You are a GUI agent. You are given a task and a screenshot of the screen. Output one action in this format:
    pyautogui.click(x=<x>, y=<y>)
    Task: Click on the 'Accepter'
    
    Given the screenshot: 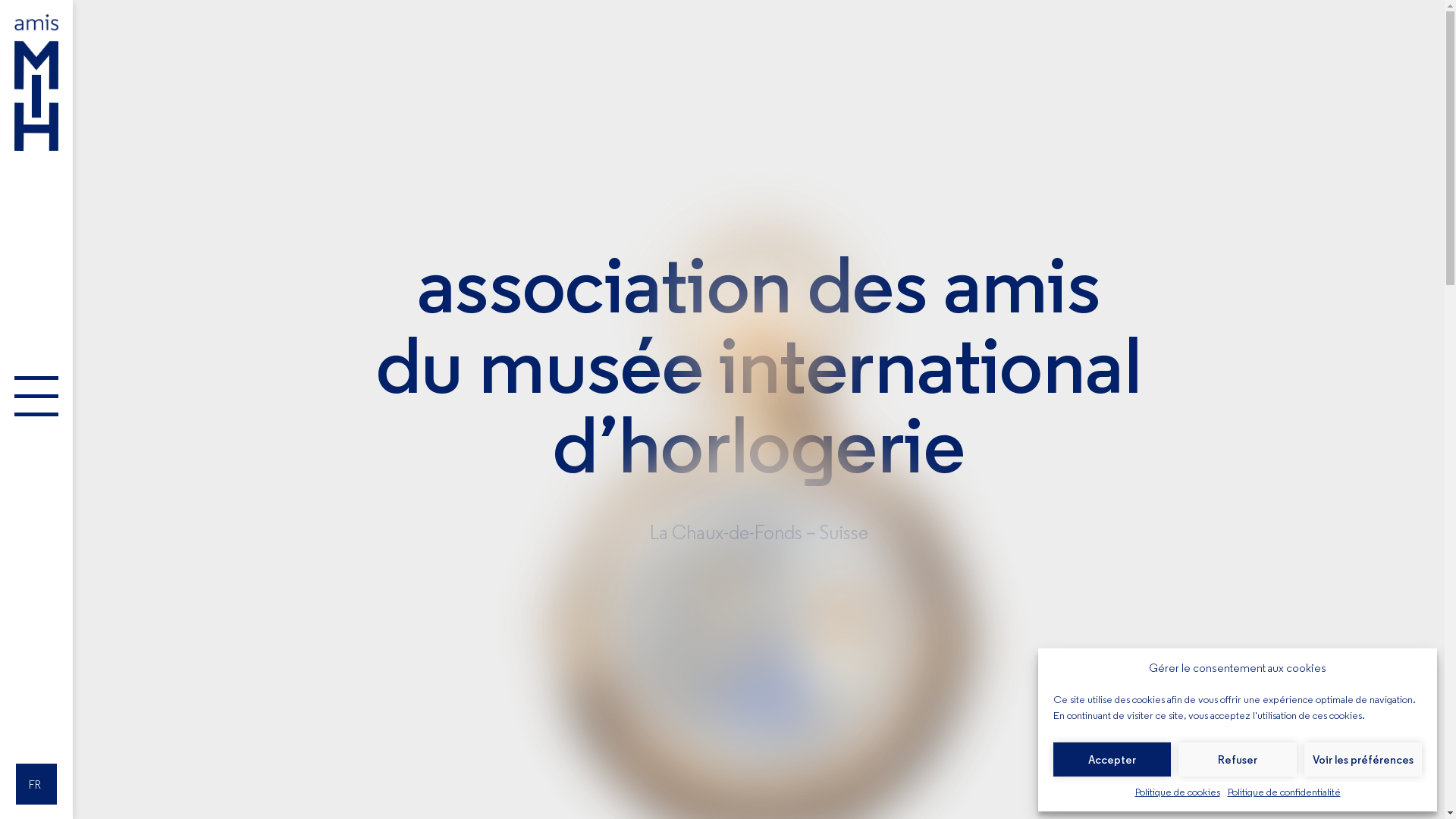 What is the action you would take?
    pyautogui.click(x=1112, y=759)
    